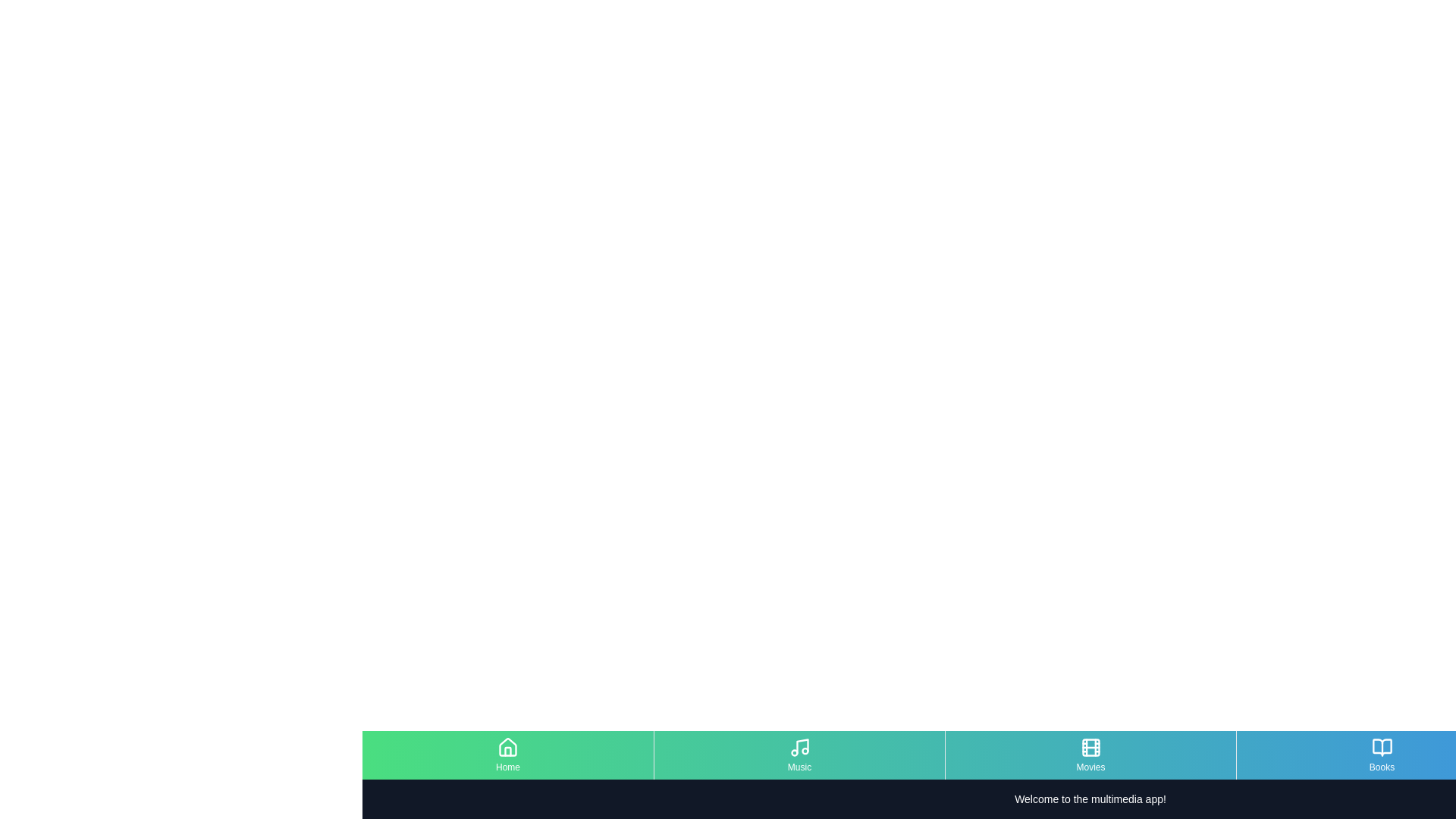 This screenshot has width=1456, height=819. I want to click on the menu item Movies to observe visual changes, so click(1090, 755).